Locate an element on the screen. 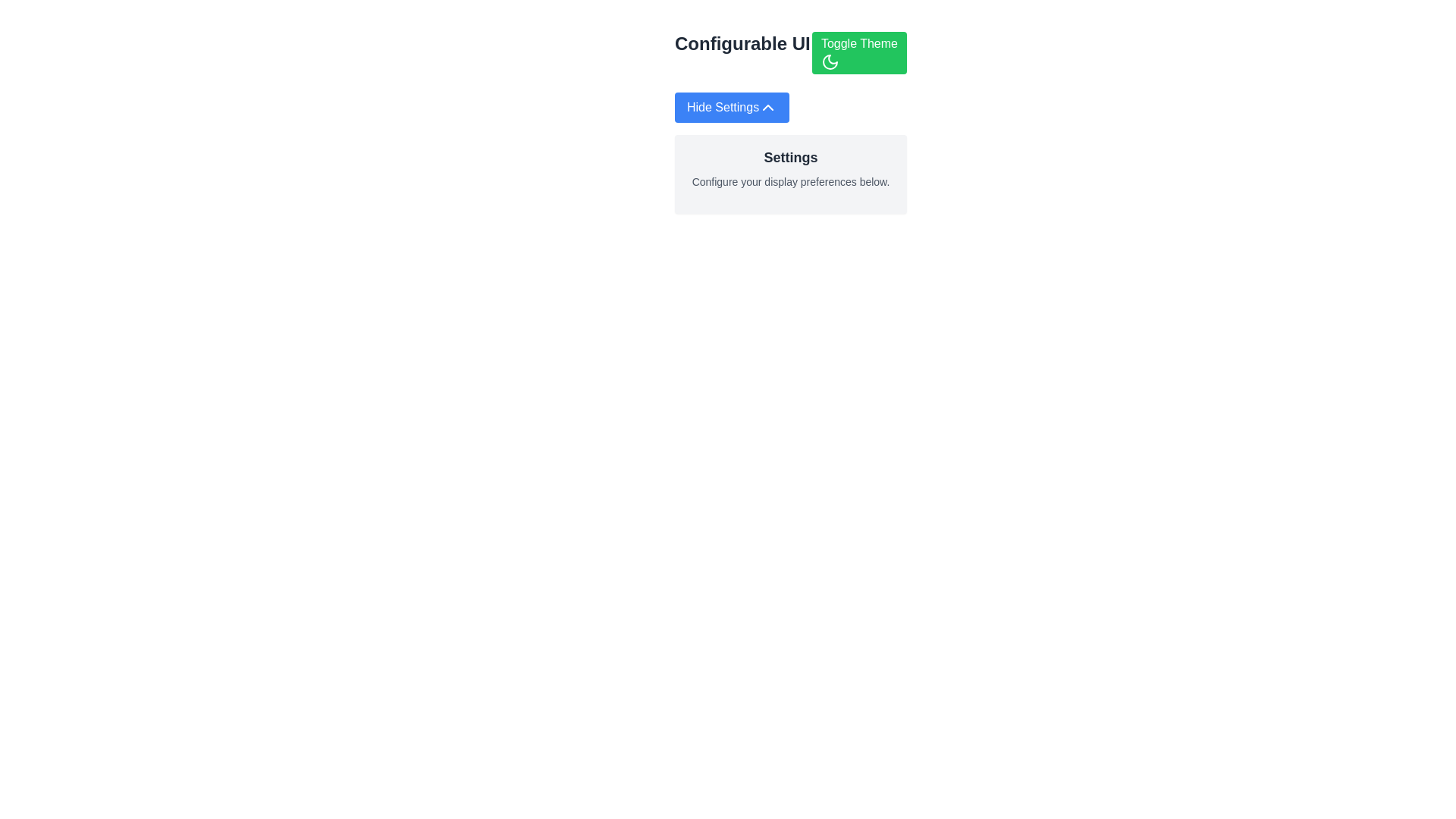  the crescent moon icon within the green rounded rectangle button labeled 'Toggle Theme' if it is accessible is located at coordinates (829, 61).